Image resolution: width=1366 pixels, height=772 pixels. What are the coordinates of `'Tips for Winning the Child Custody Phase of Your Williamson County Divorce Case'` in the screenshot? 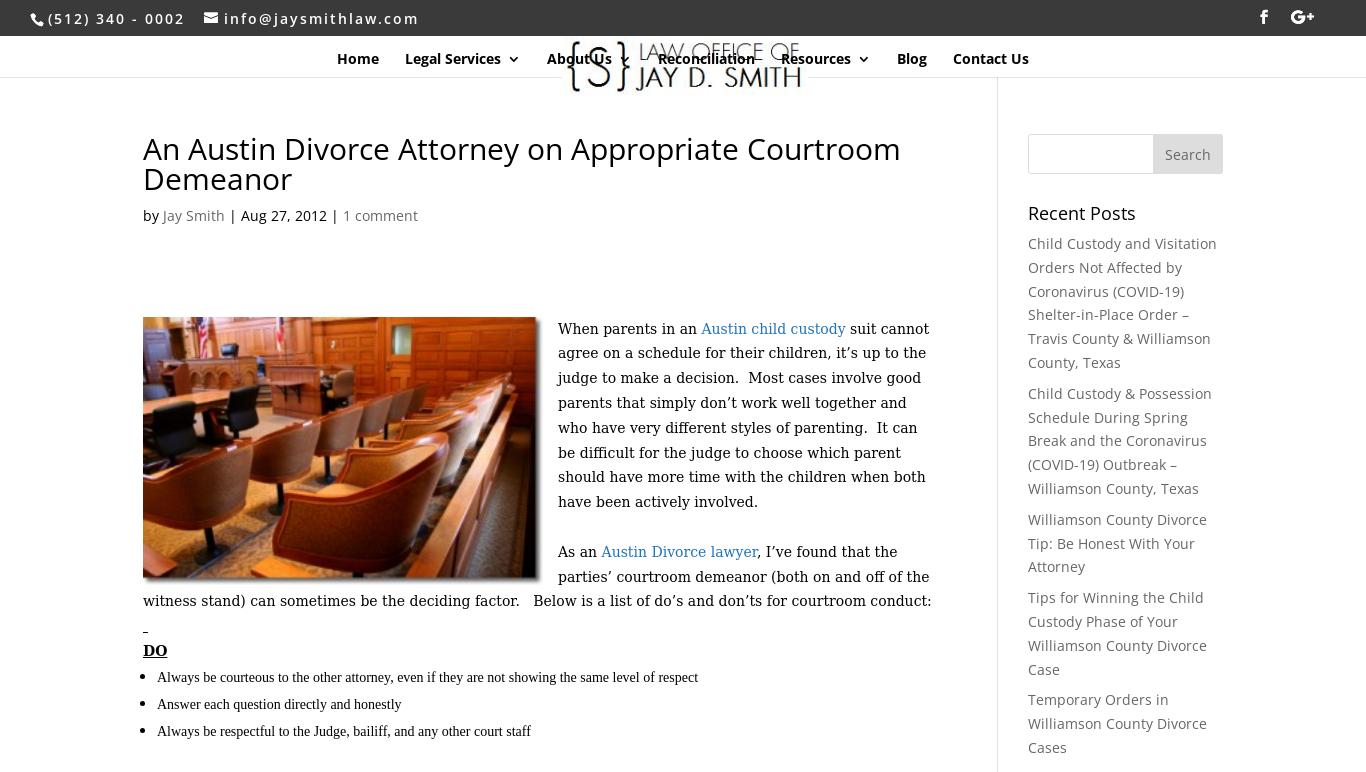 It's located at (1115, 631).